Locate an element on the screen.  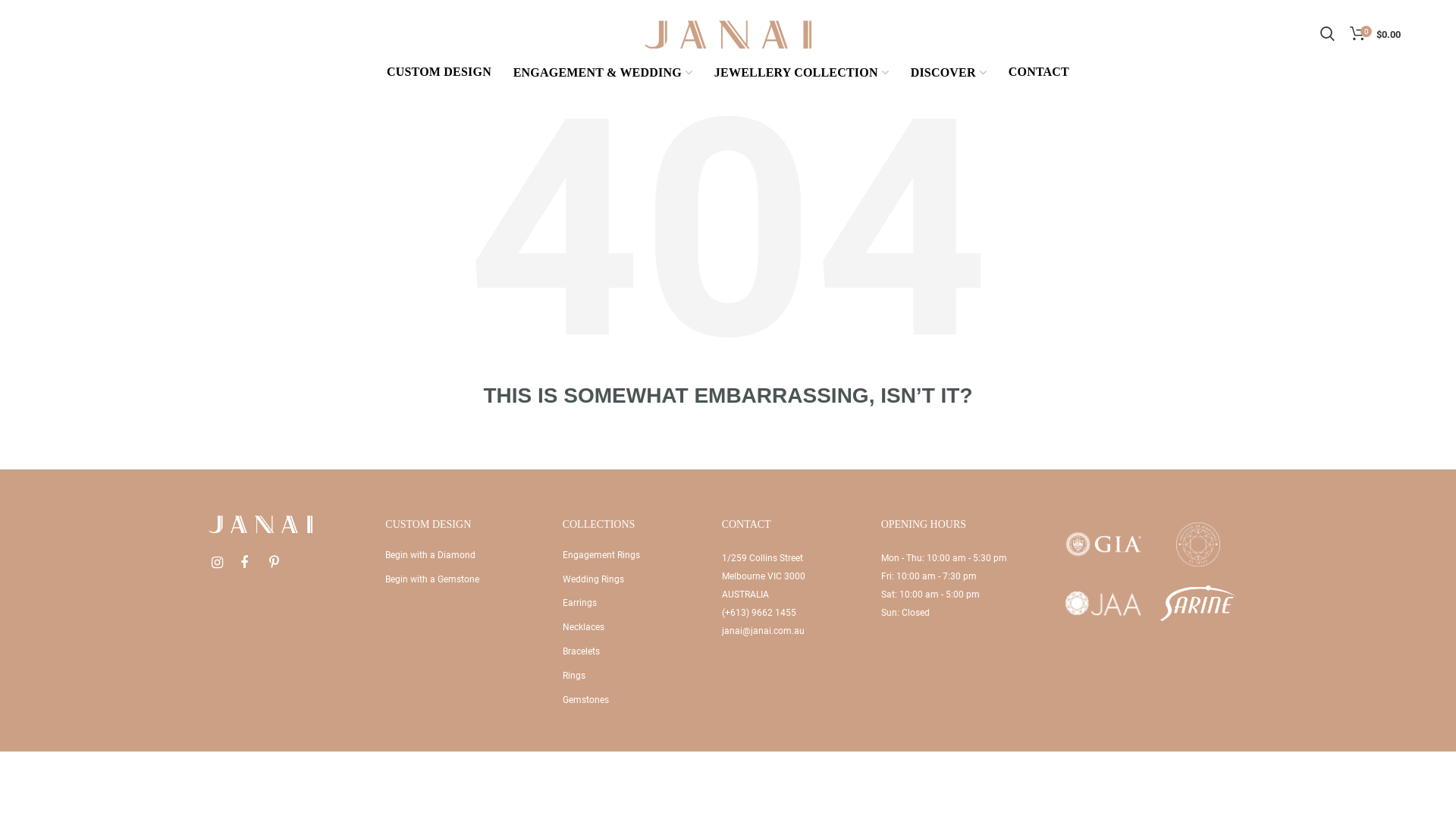
'Earrings' is located at coordinates (579, 601).